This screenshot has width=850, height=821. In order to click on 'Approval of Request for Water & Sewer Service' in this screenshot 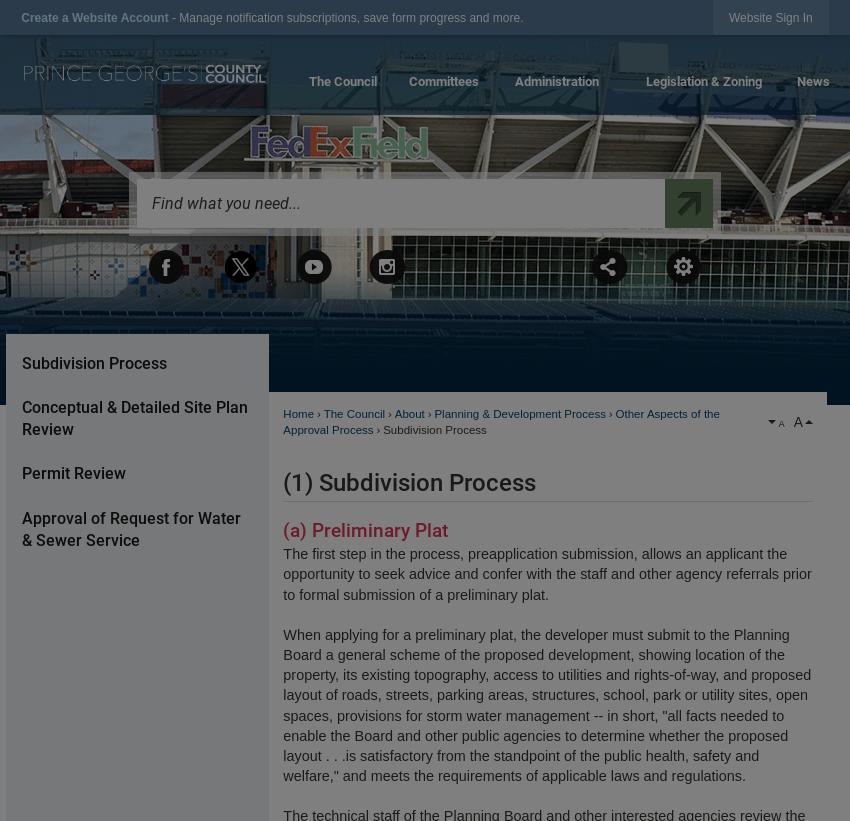, I will do `click(130, 528)`.